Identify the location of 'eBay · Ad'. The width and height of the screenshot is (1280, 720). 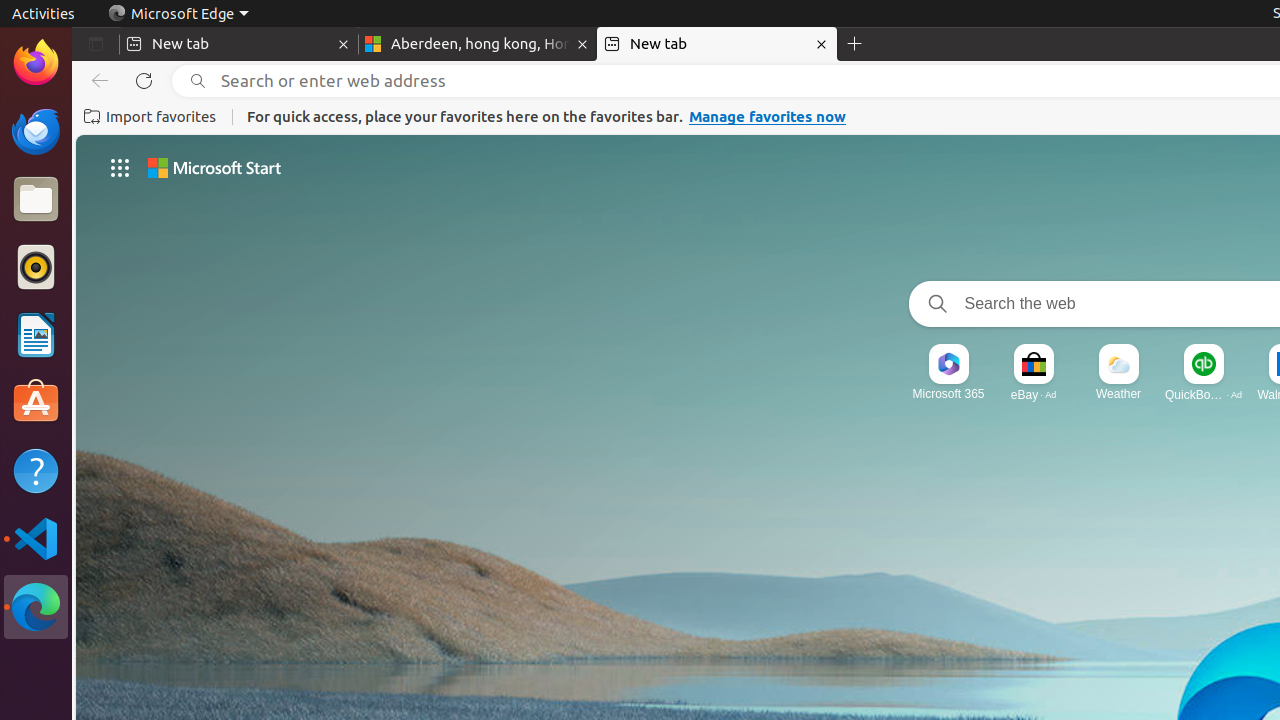
(1033, 393).